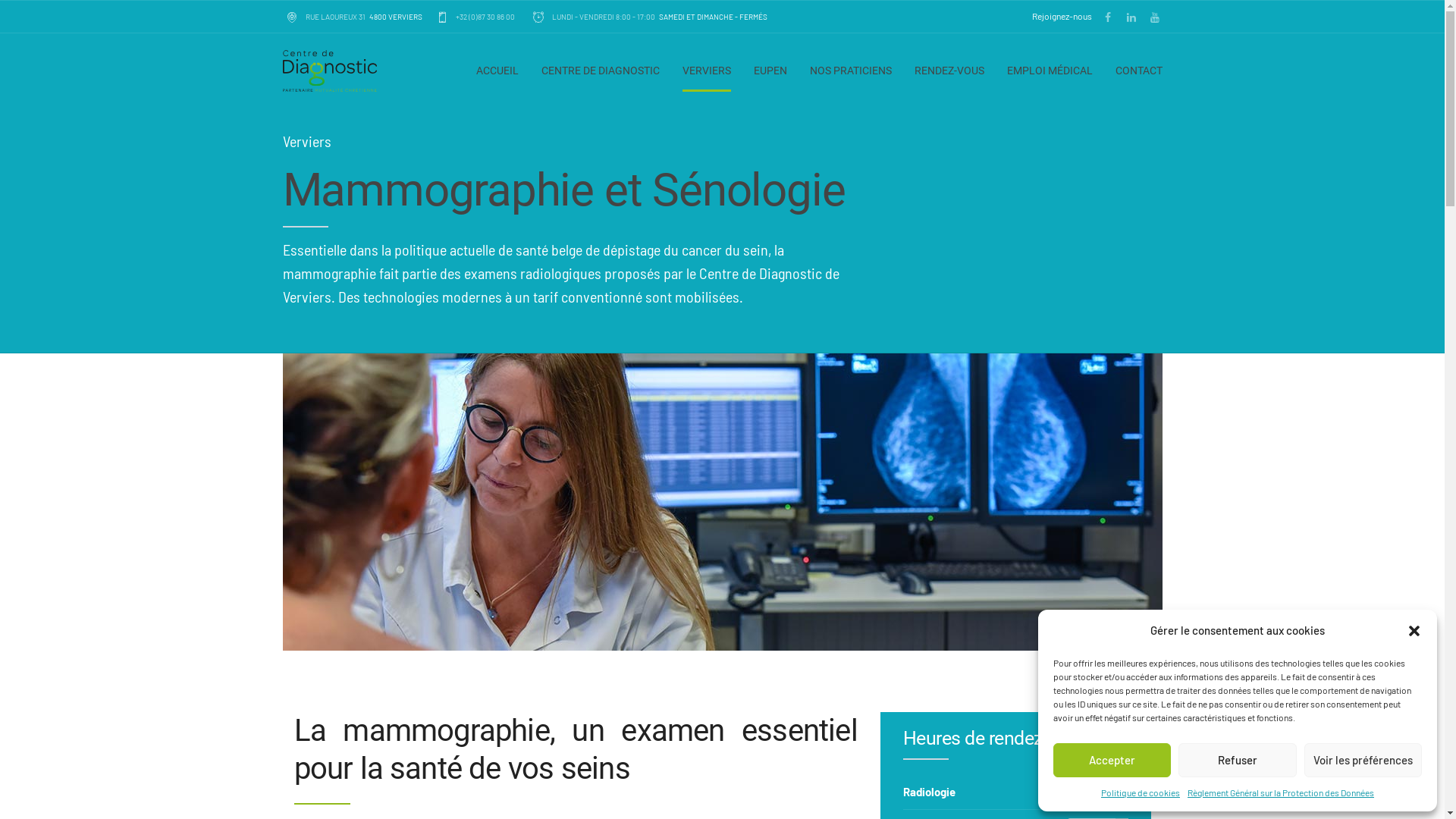 Image resolution: width=1456 pixels, height=819 pixels. What do you see at coordinates (475, 17) in the screenshot?
I see `'+32 (0)87 30 86 00'` at bounding box center [475, 17].